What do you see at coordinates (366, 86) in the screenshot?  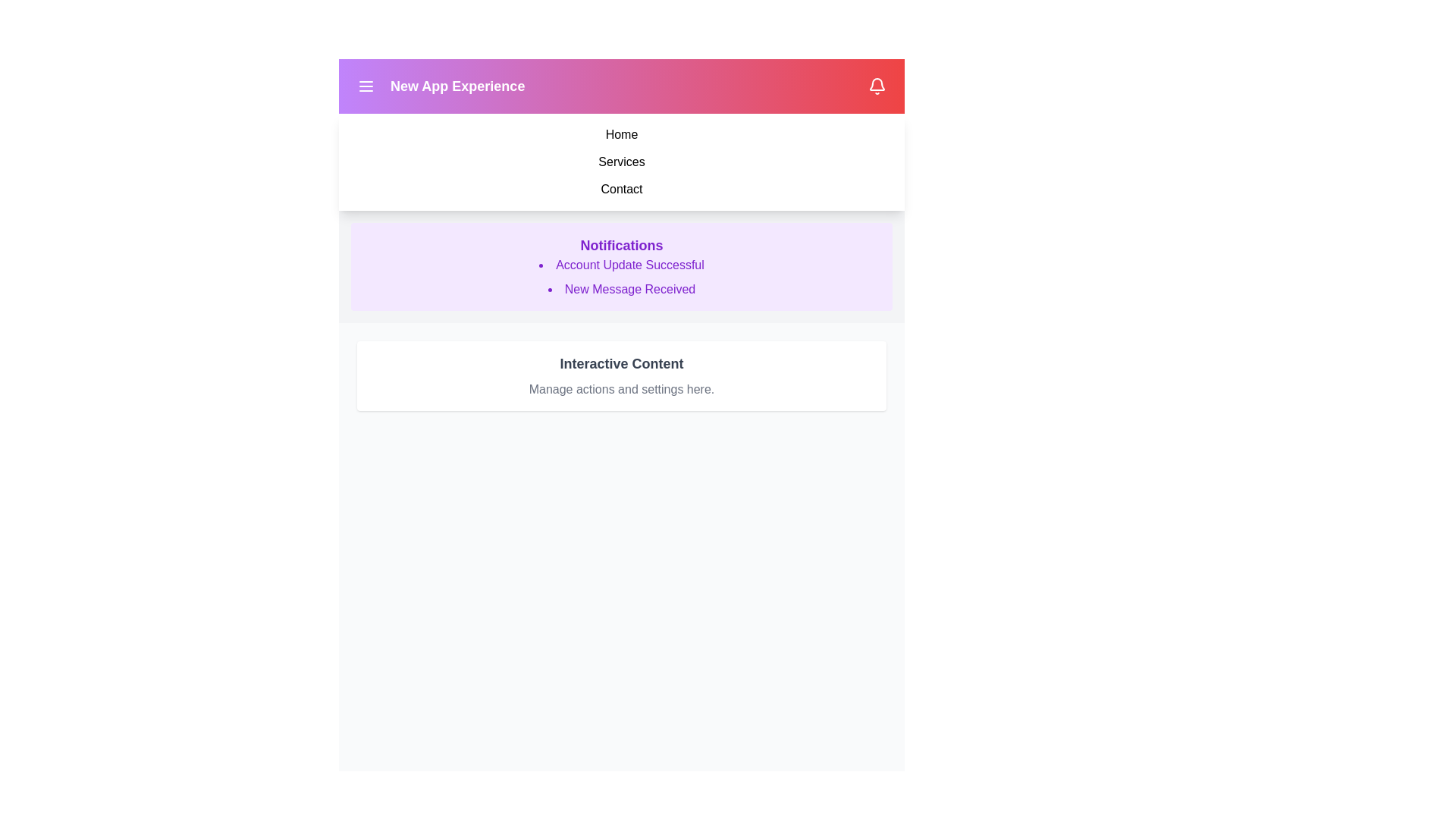 I see `the menu toggle button to toggle the menu visibility` at bounding box center [366, 86].